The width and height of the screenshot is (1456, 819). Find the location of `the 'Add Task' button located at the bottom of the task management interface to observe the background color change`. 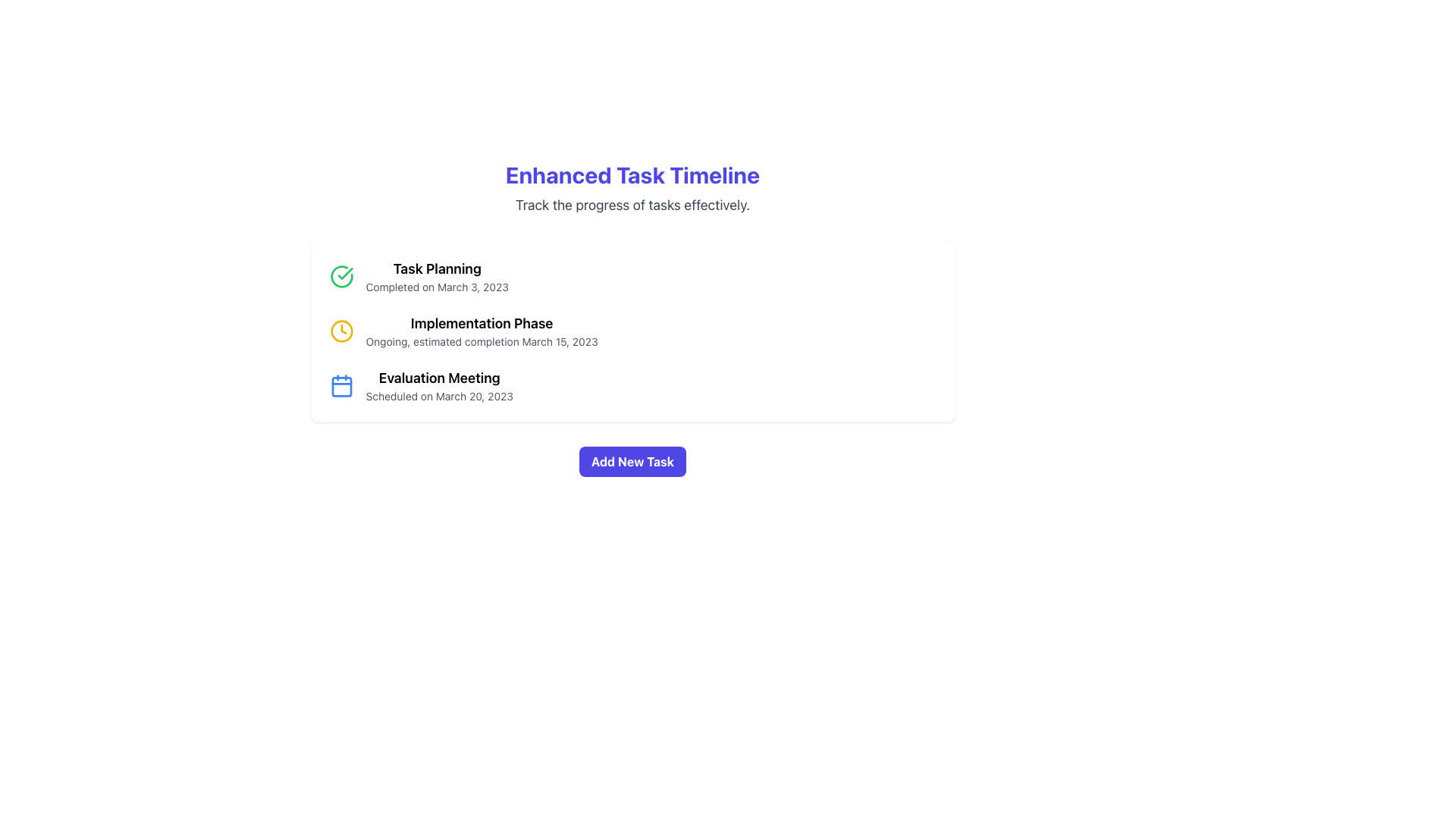

the 'Add Task' button located at the bottom of the task management interface to observe the background color change is located at coordinates (632, 461).